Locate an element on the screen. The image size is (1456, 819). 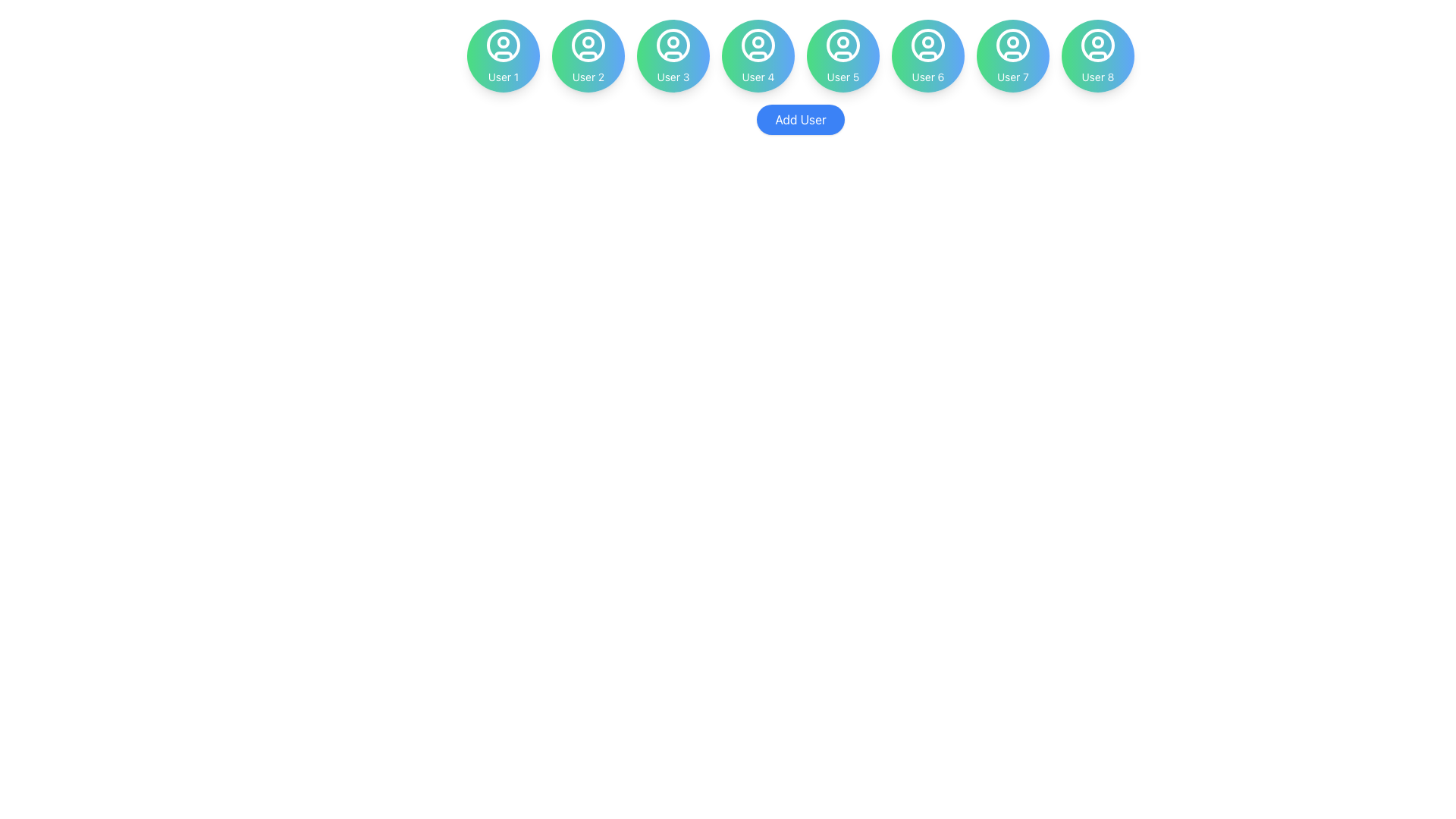
the circular button labeled 'User 7' with a green-to-blue gradient background and a user icon above the text, located near the top right of the interface is located at coordinates (1012, 55).